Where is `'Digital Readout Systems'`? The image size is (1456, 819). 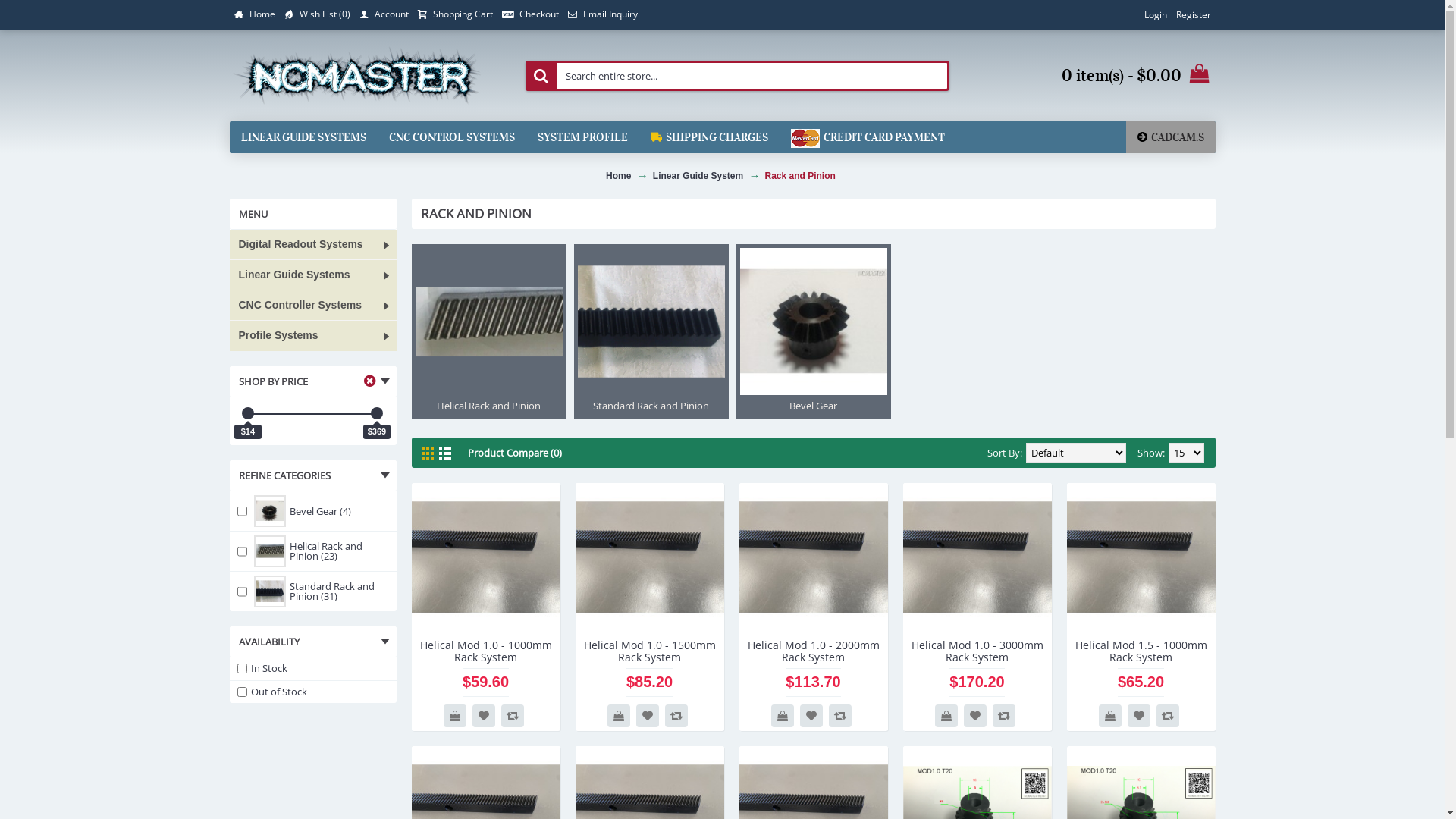 'Digital Readout Systems' is located at coordinates (312, 244).